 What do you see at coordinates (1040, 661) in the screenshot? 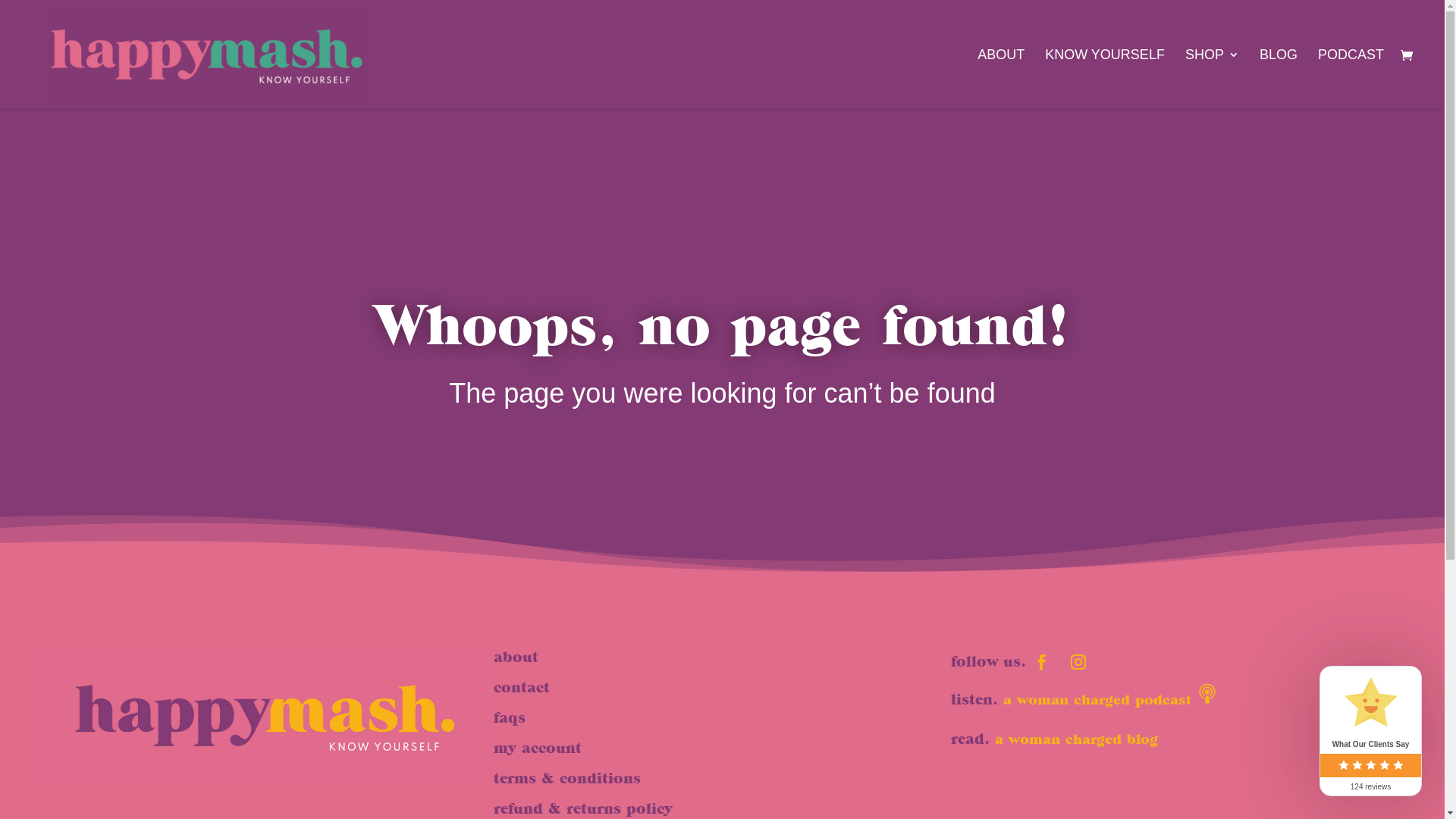
I see `'Follow on Facebook'` at bounding box center [1040, 661].